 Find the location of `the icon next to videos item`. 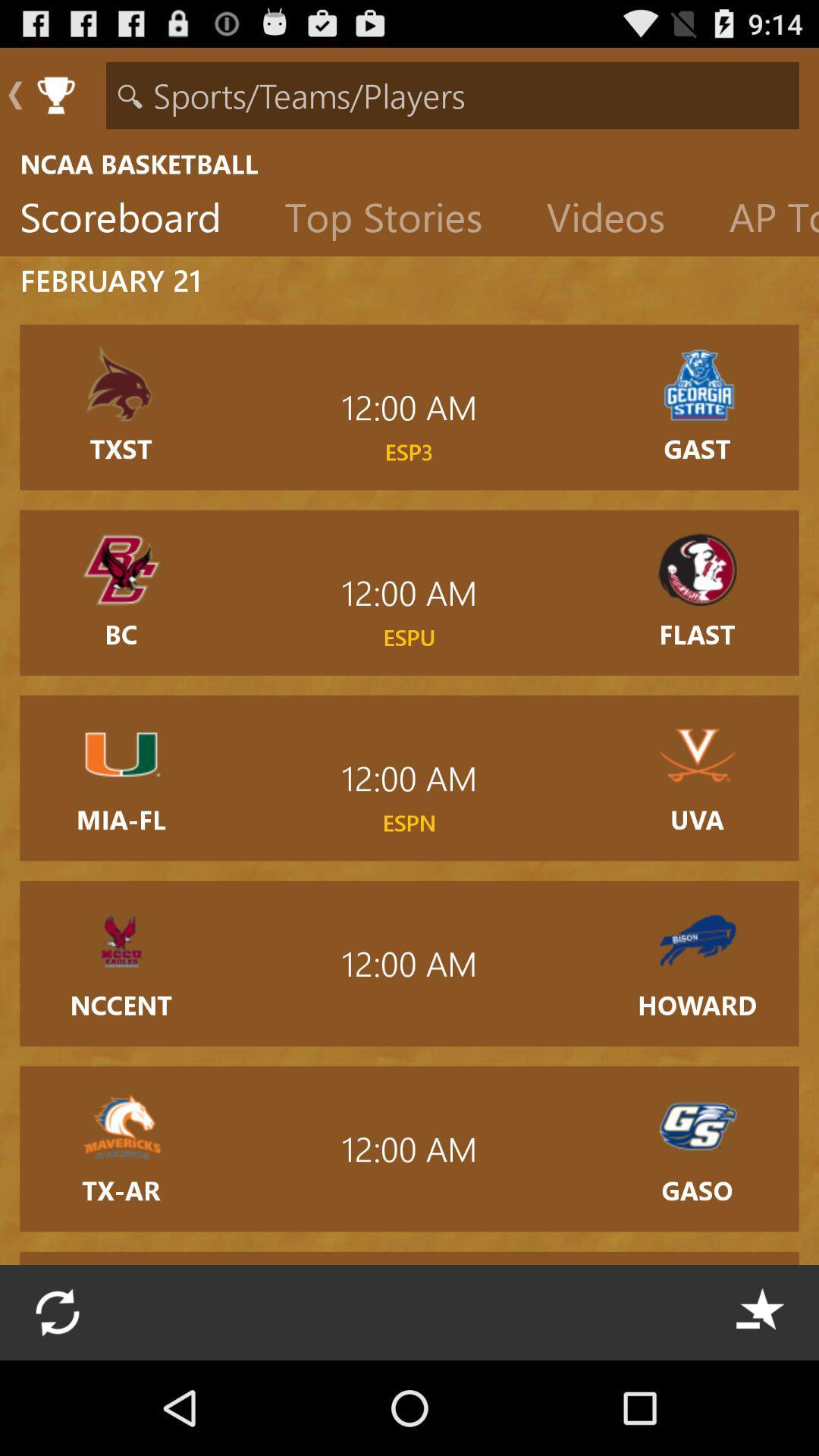

the icon next to videos item is located at coordinates (394, 220).